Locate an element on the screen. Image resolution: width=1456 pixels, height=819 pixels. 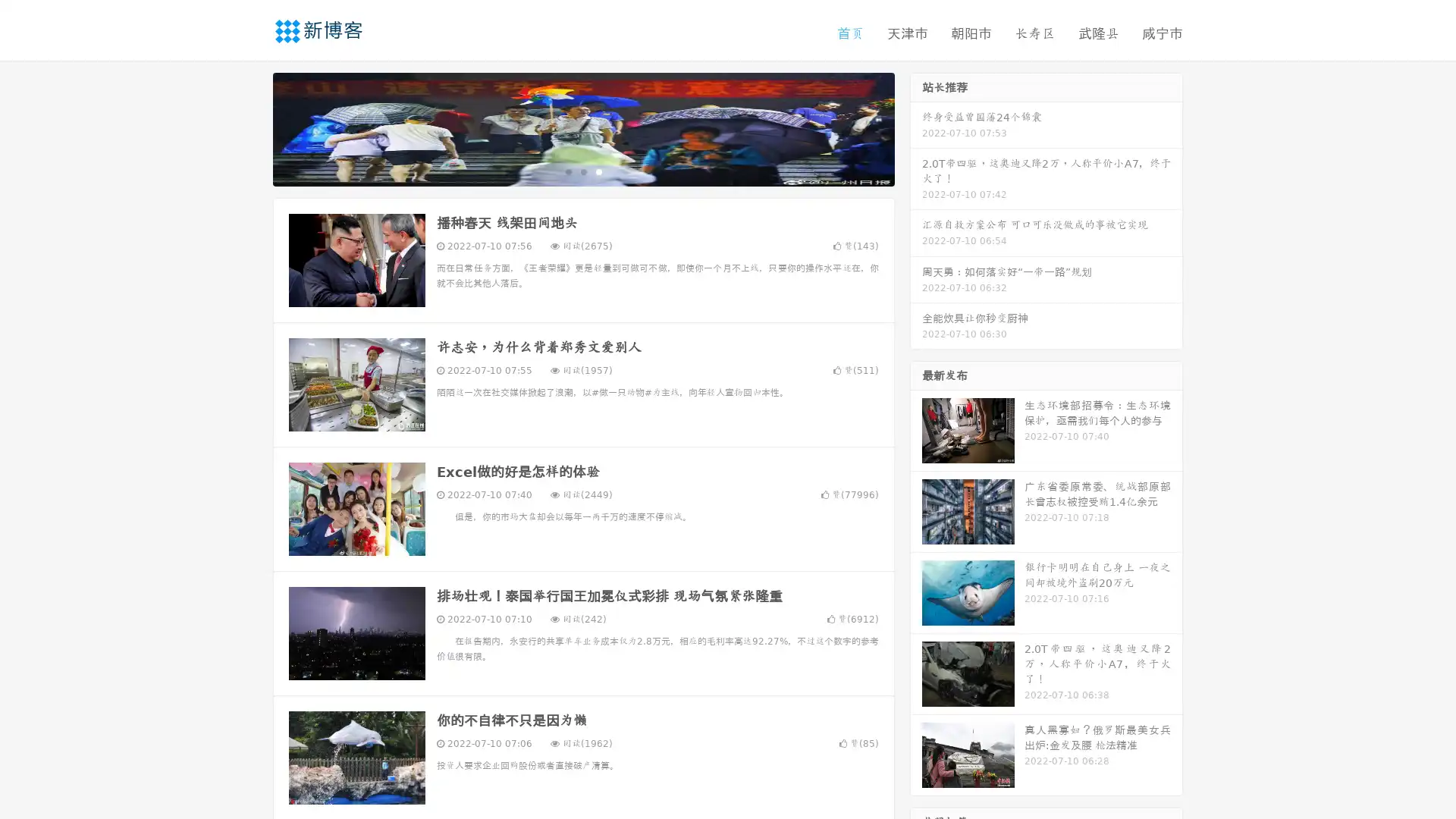
Go to slide 1 is located at coordinates (567, 171).